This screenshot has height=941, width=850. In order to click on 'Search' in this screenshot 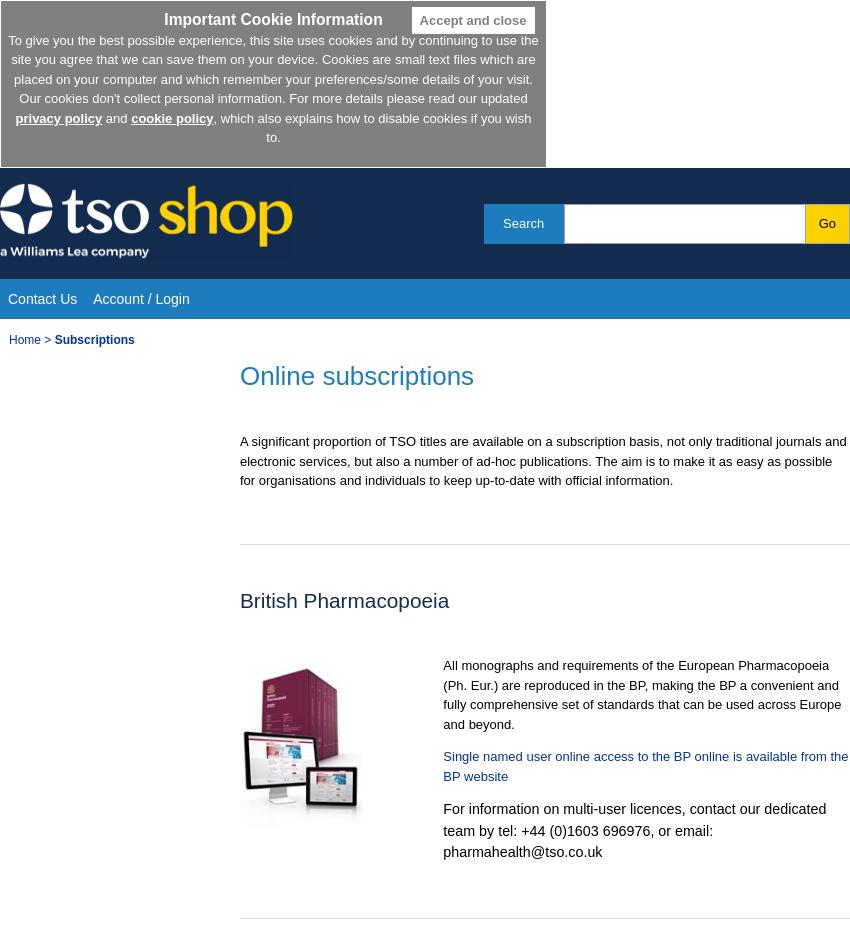, I will do `click(522, 222)`.